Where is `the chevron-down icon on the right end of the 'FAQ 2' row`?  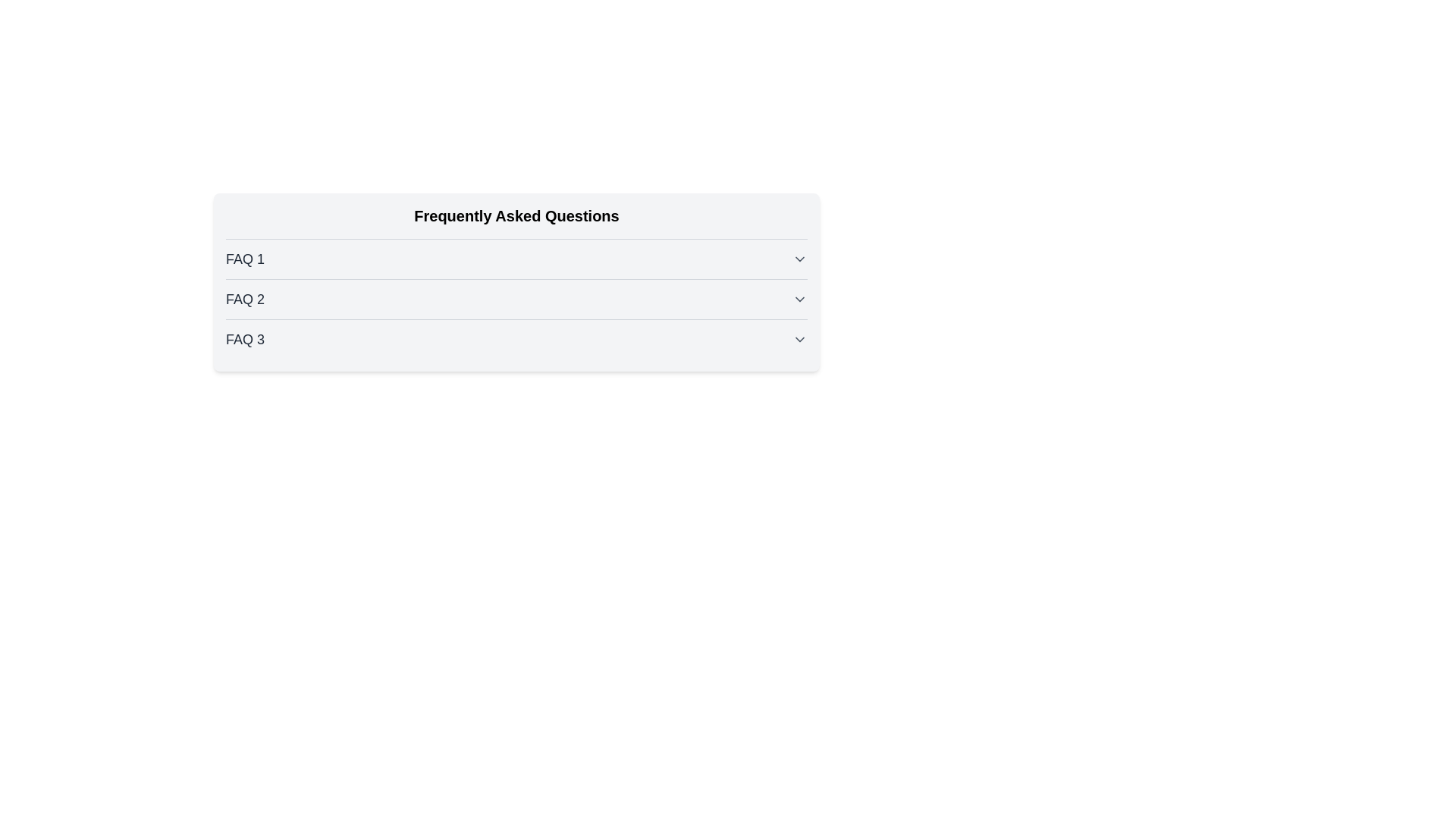 the chevron-down icon on the right end of the 'FAQ 2' row is located at coordinates (799, 299).